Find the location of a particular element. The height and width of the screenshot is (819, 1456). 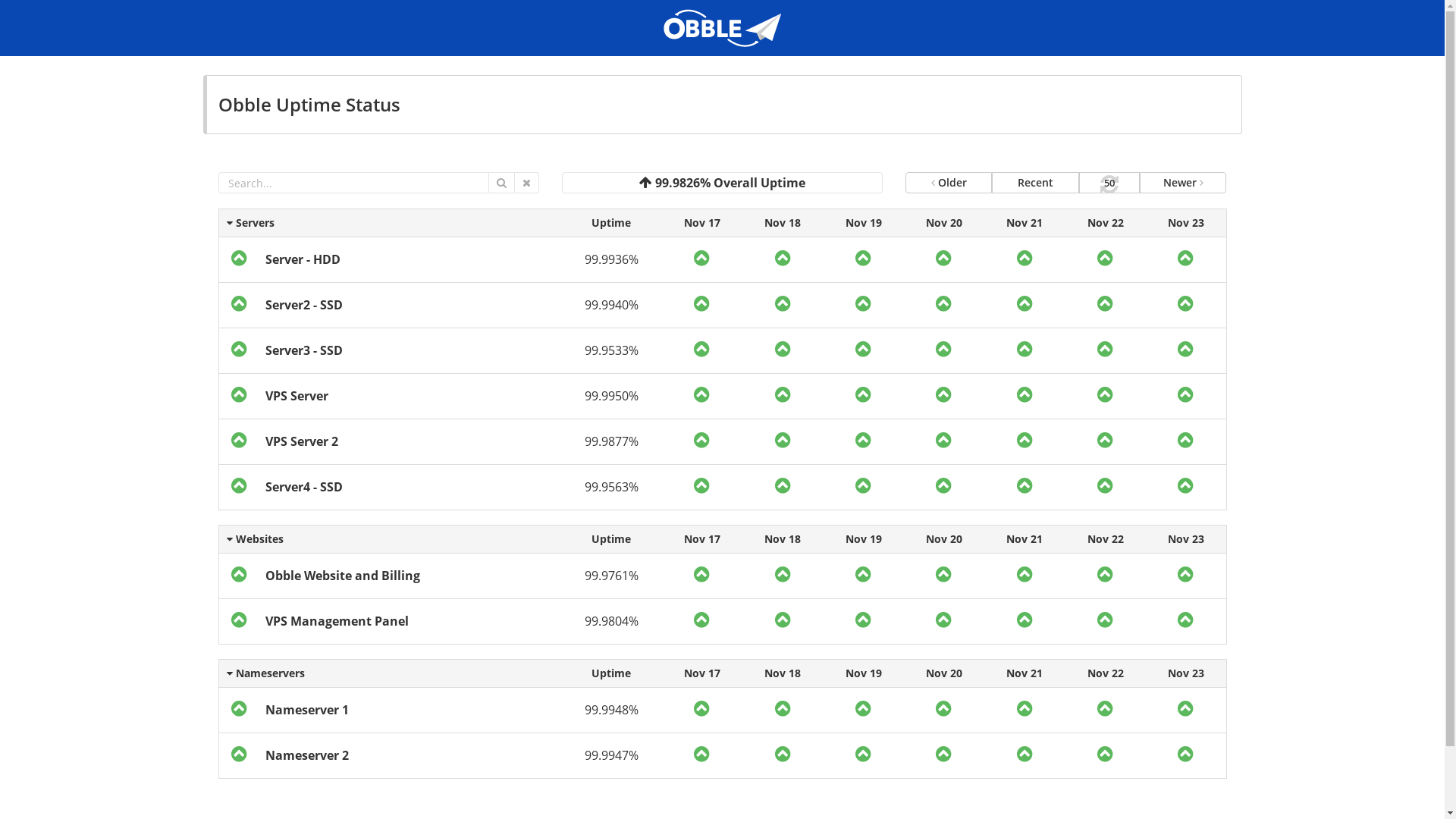

'Server3 - SSD' is located at coordinates (303, 350).